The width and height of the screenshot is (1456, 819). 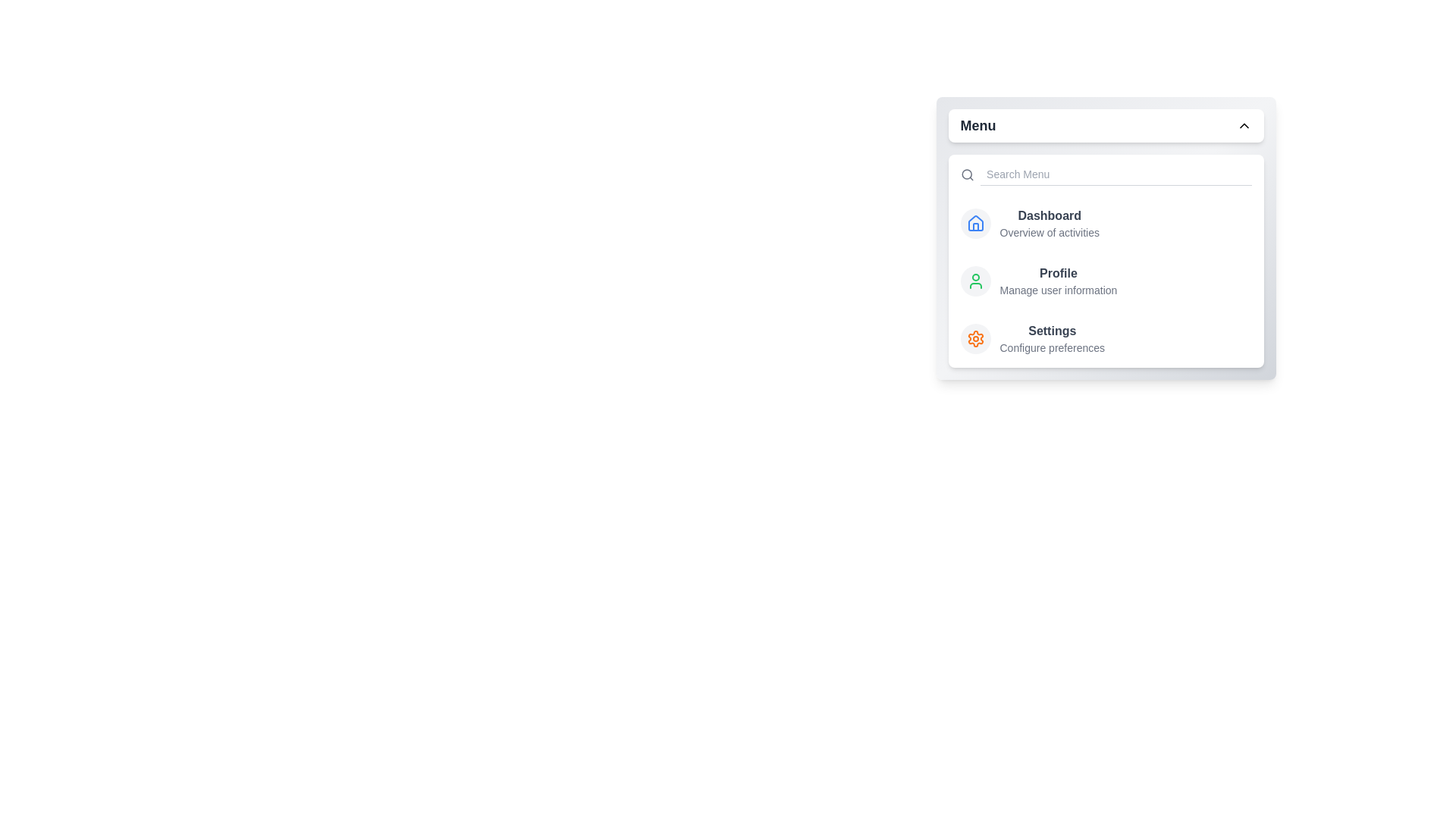 I want to click on the menu item labeled Settings, so click(x=1051, y=330).